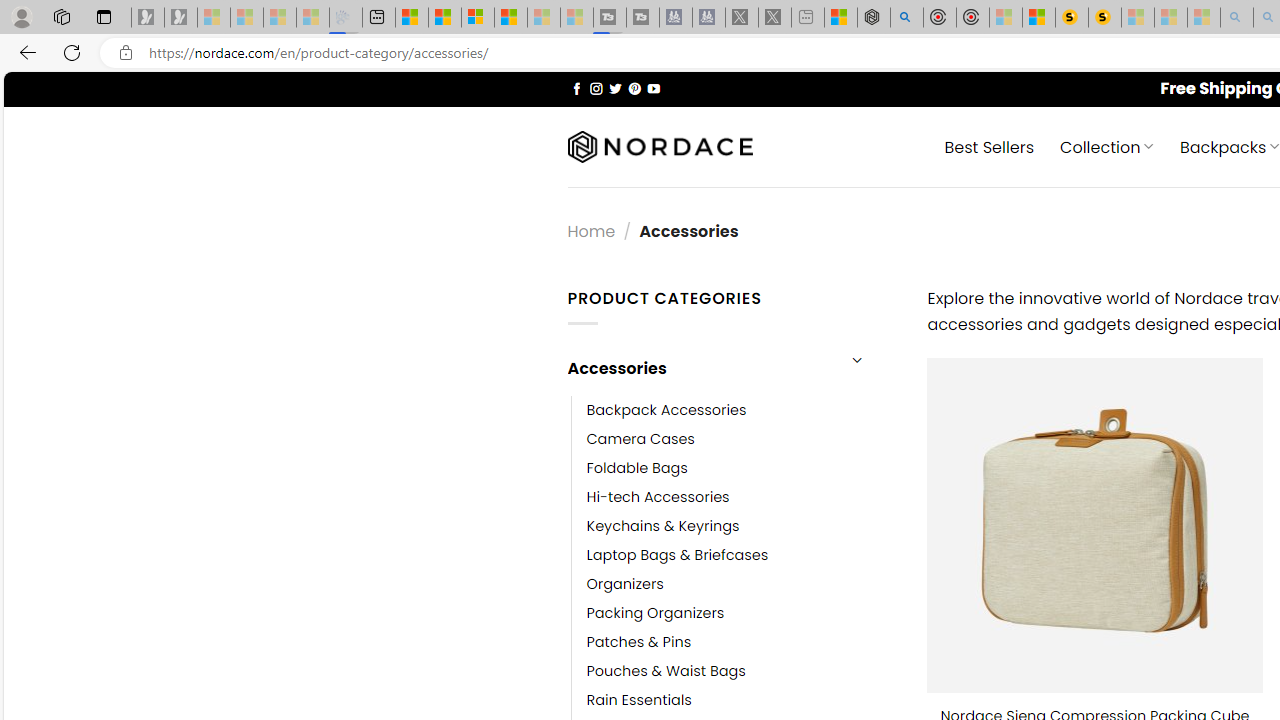 This screenshot has height=720, width=1280. Describe the element at coordinates (657, 495) in the screenshot. I see `'Hi-tech Accessories'` at that location.